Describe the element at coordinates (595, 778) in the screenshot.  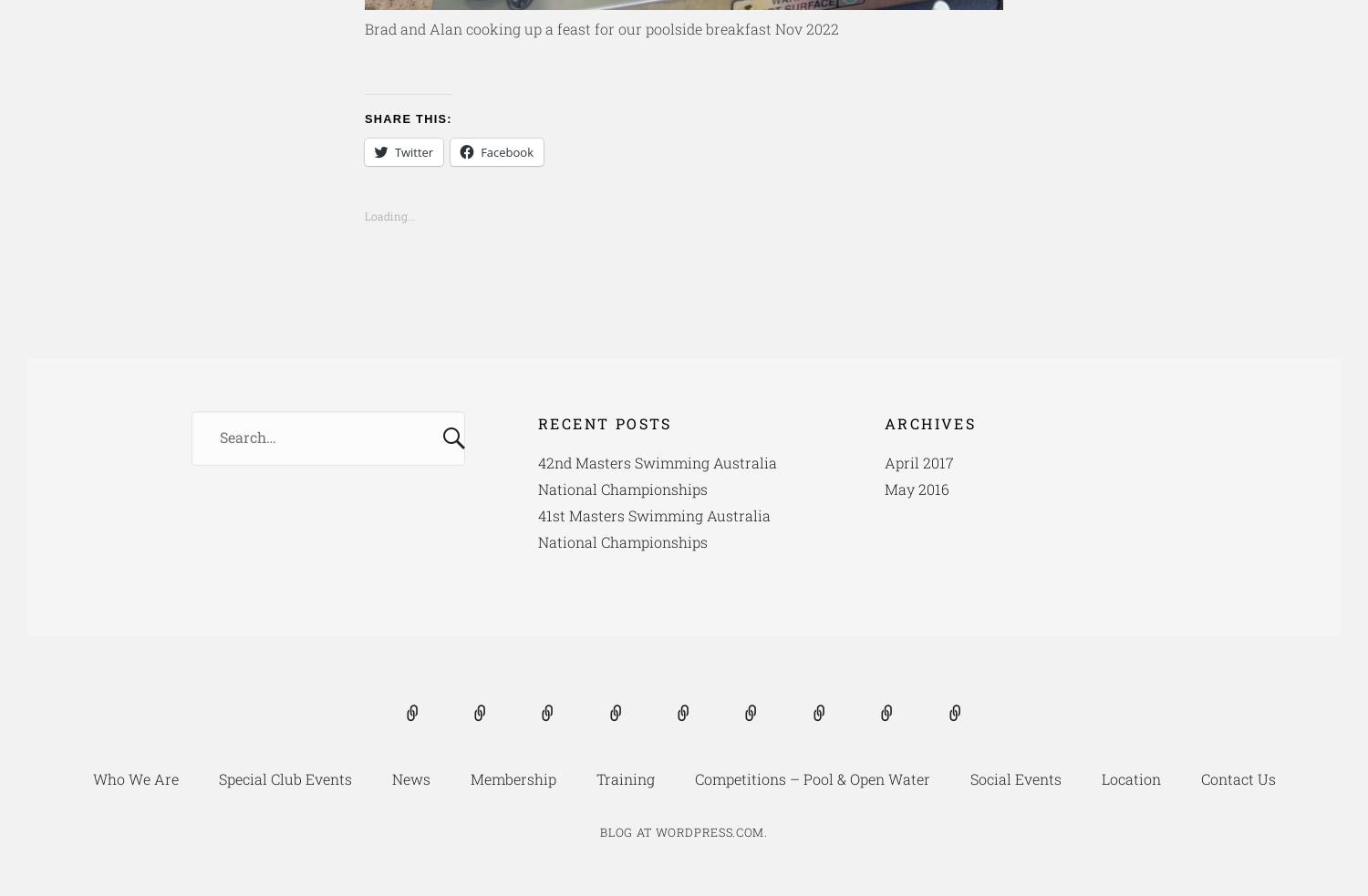
I see `'Training'` at that location.